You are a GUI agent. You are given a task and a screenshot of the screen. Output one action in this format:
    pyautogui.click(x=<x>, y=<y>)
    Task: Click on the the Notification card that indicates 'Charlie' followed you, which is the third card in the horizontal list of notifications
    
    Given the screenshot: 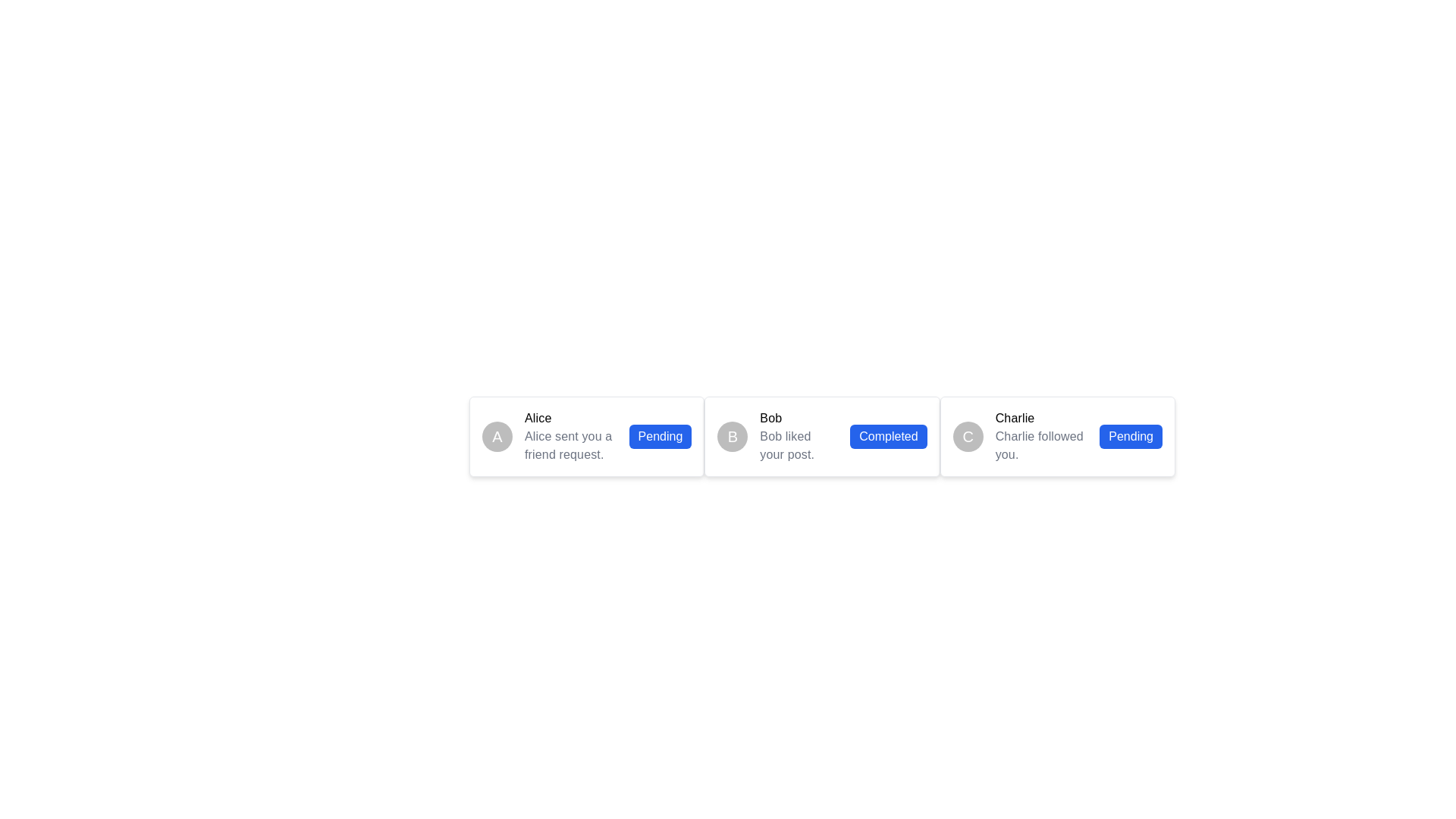 What is the action you would take?
    pyautogui.click(x=1056, y=436)
    